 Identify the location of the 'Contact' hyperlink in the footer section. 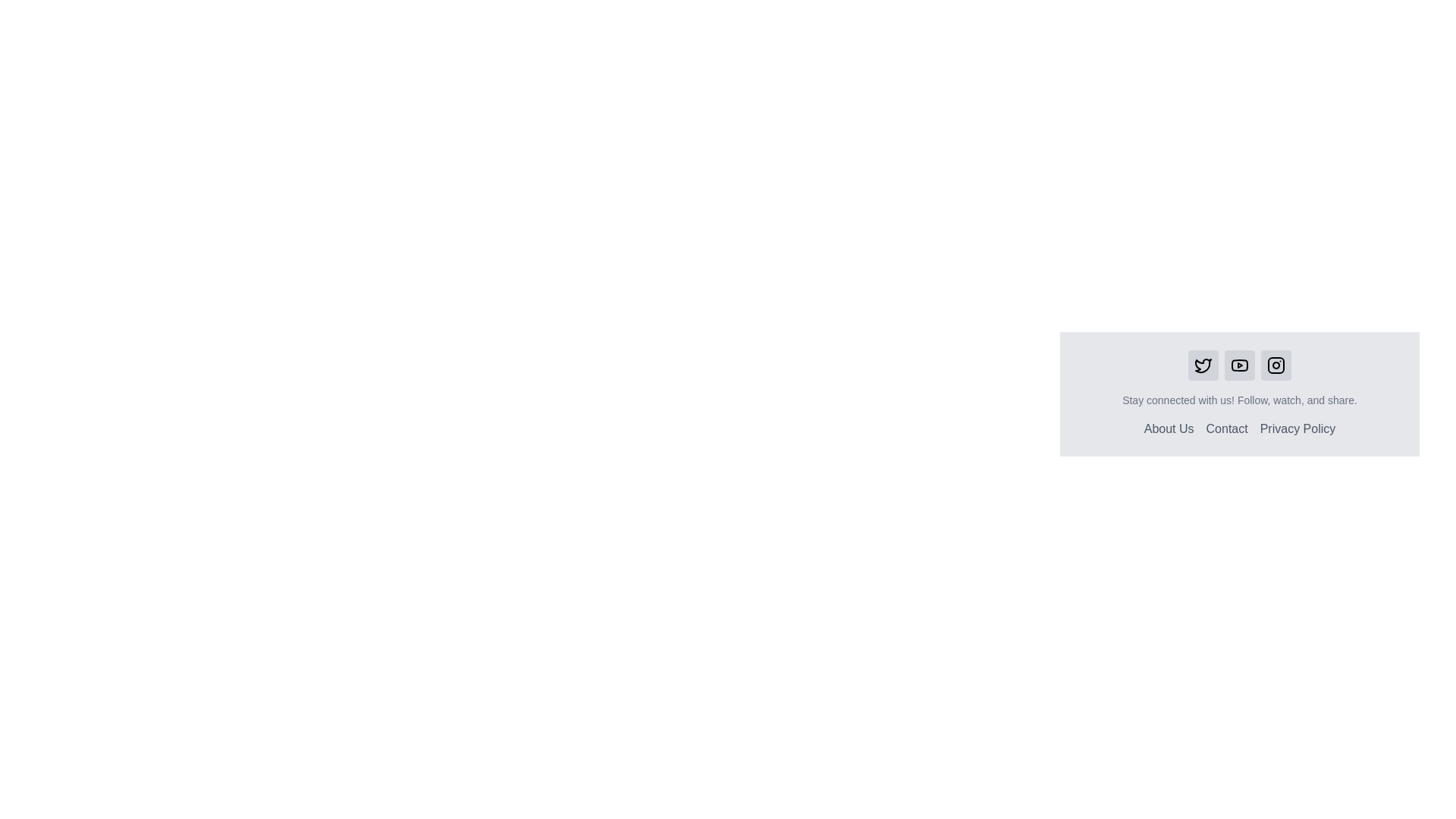
(1227, 428).